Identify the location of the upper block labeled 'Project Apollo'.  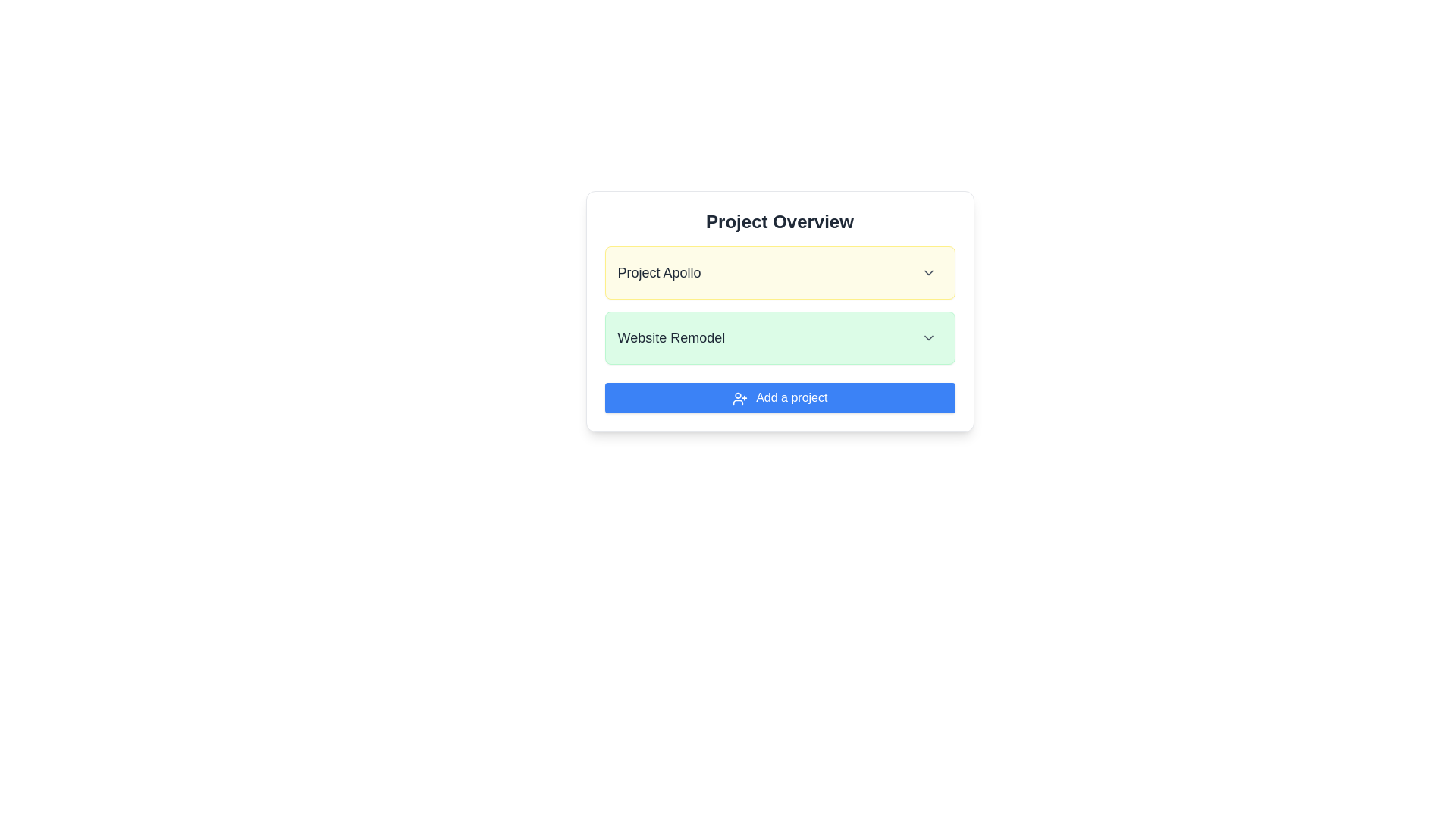
(780, 305).